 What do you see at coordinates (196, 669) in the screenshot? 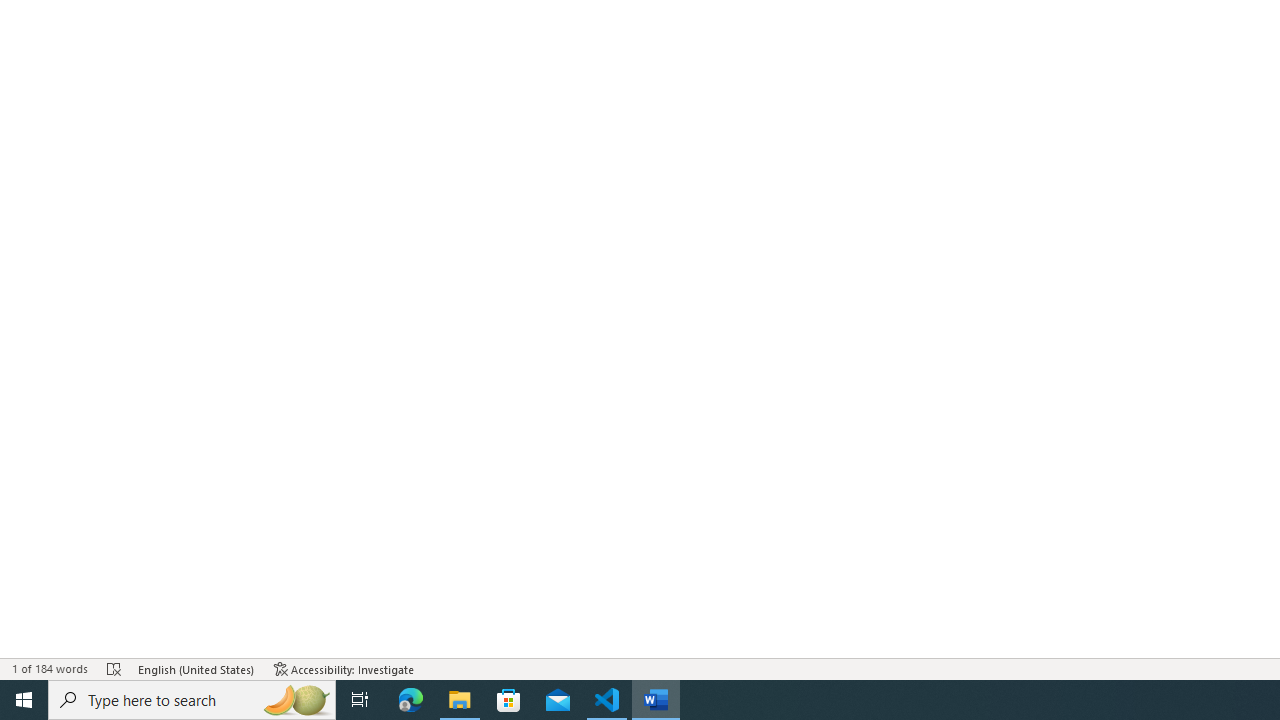
I see `'Language English (United States)'` at bounding box center [196, 669].